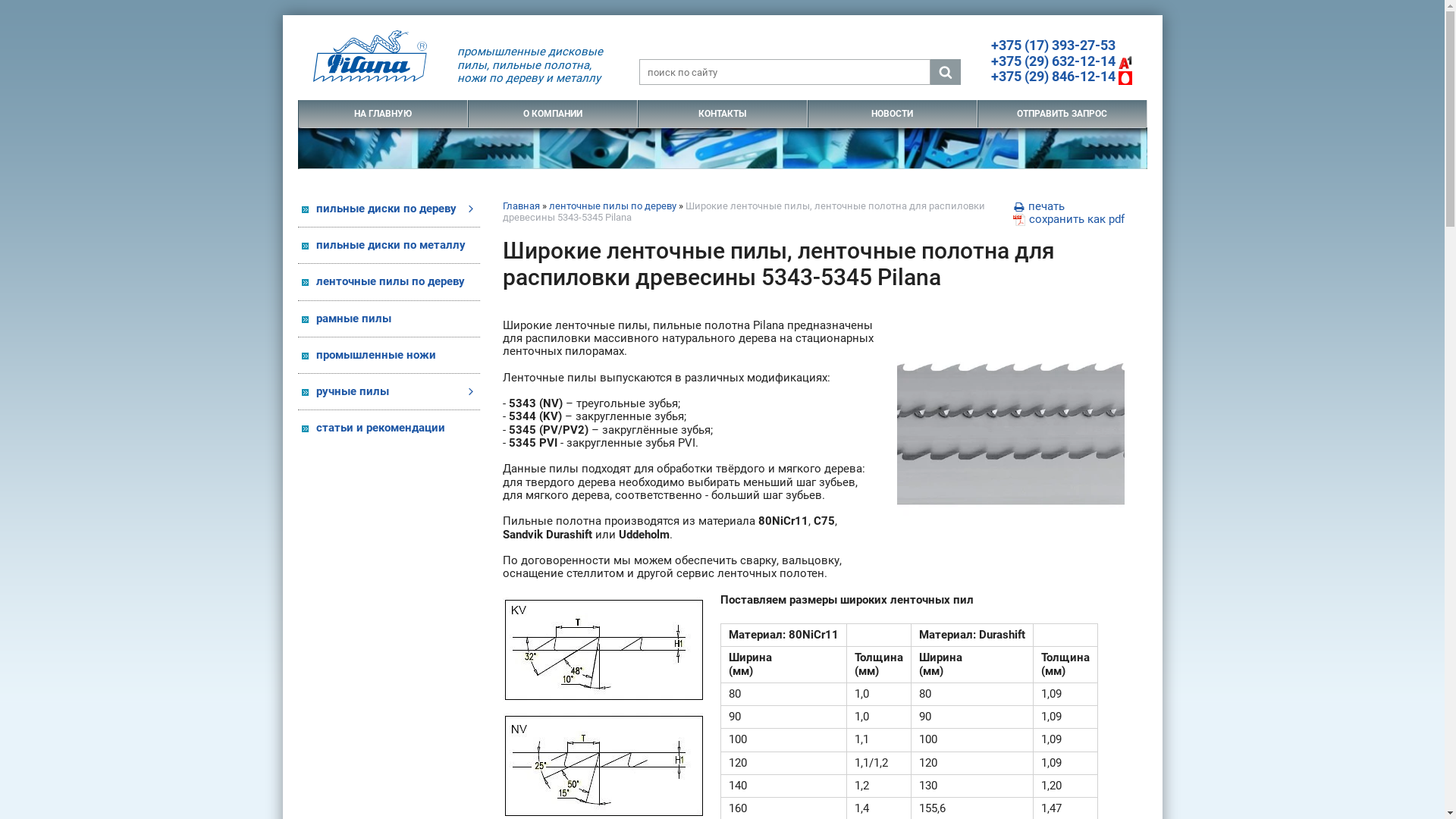 The width and height of the screenshot is (1456, 819). What do you see at coordinates (1059, 76) in the screenshot?
I see `'+375 (29) 846-12-14'` at bounding box center [1059, 76].